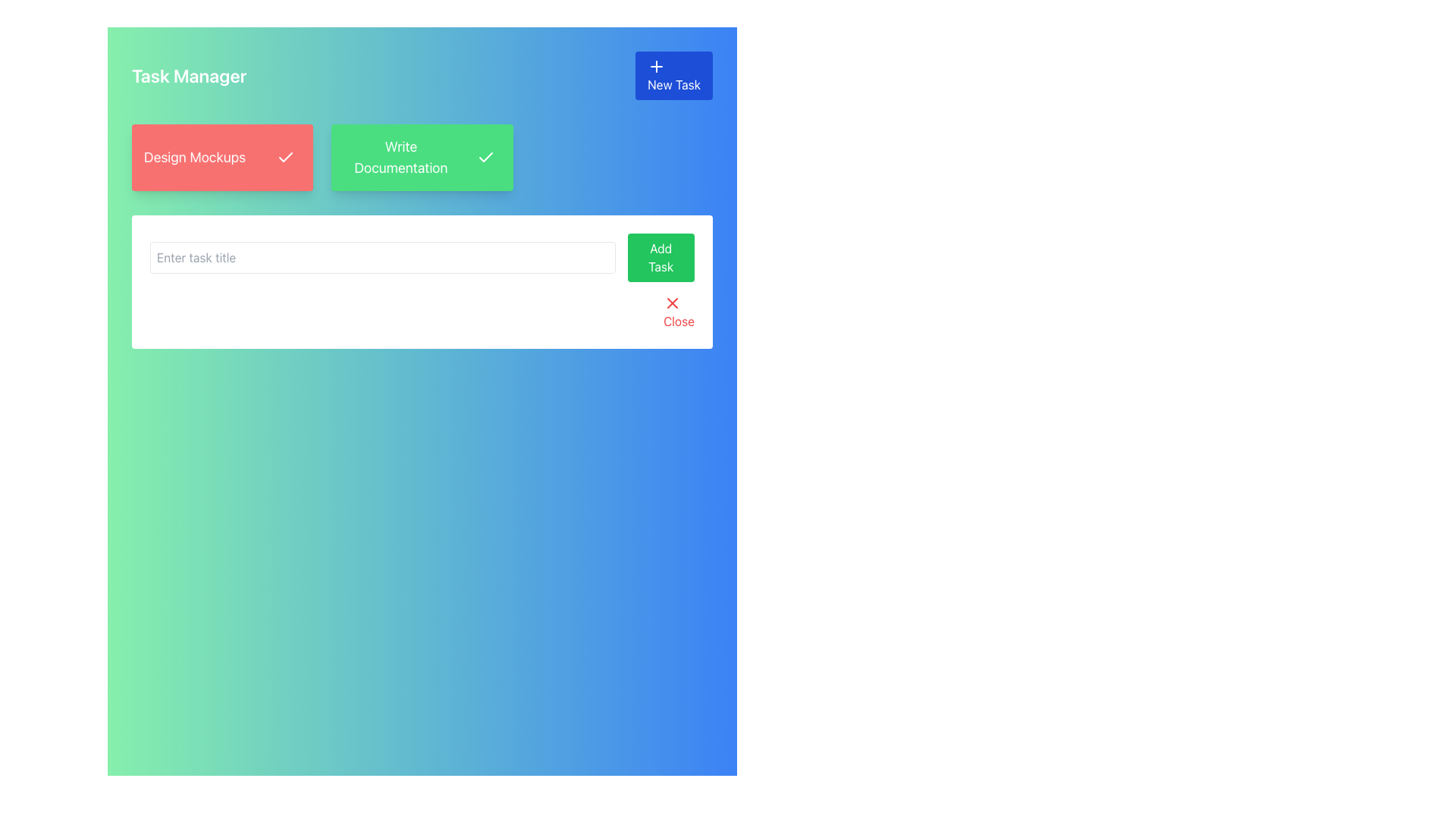  What do you see at coordinates (422, 158) in the screenshot?
I see `the task card labeled 'Write Documentation', which indicates its status as complete with a checkmark on the right. This element is positioned second from the left in a horizontal task list layout` at bounding box center [422, 158].